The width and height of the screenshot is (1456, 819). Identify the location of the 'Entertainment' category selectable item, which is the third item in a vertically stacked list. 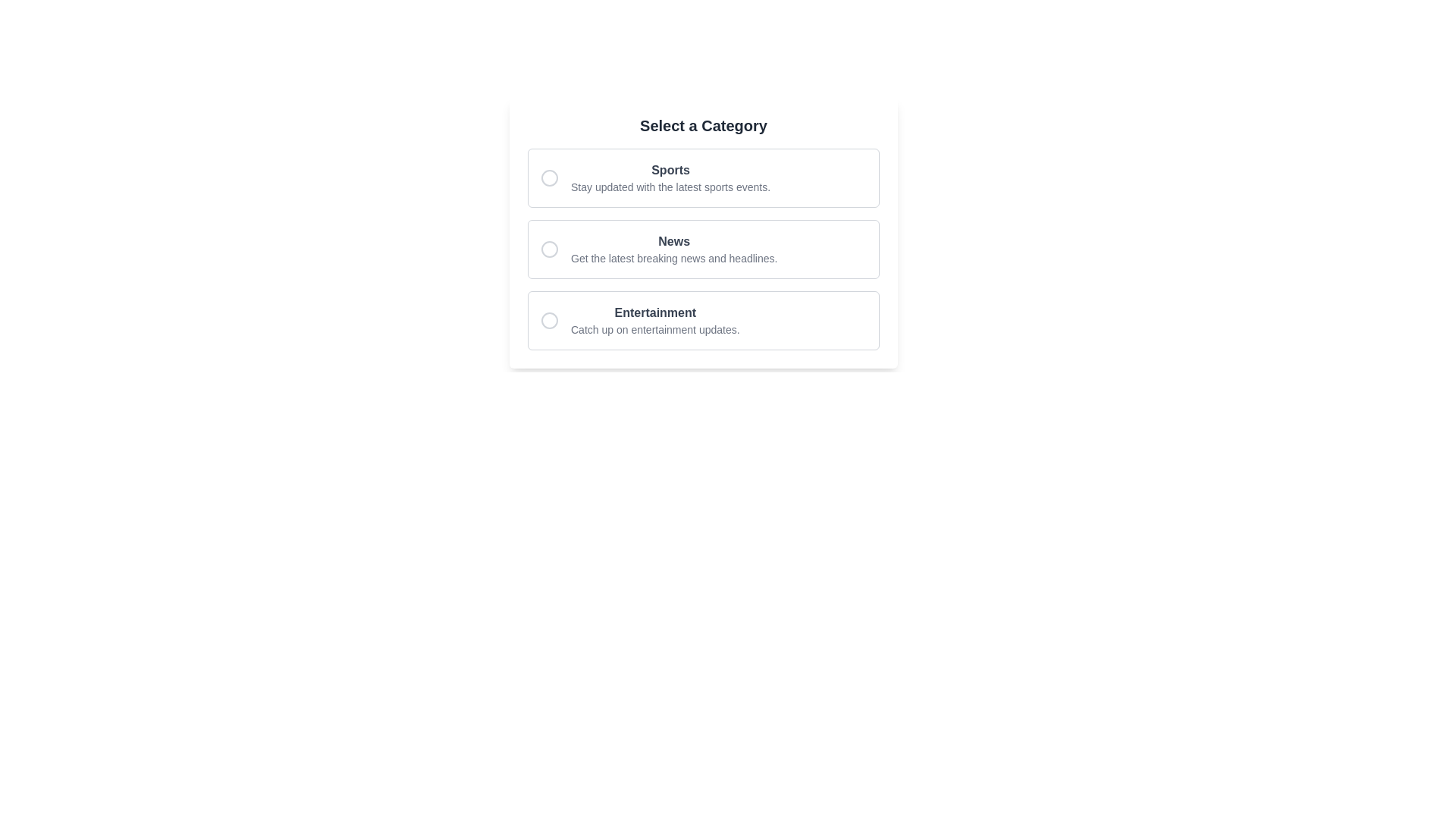
(702, 320).